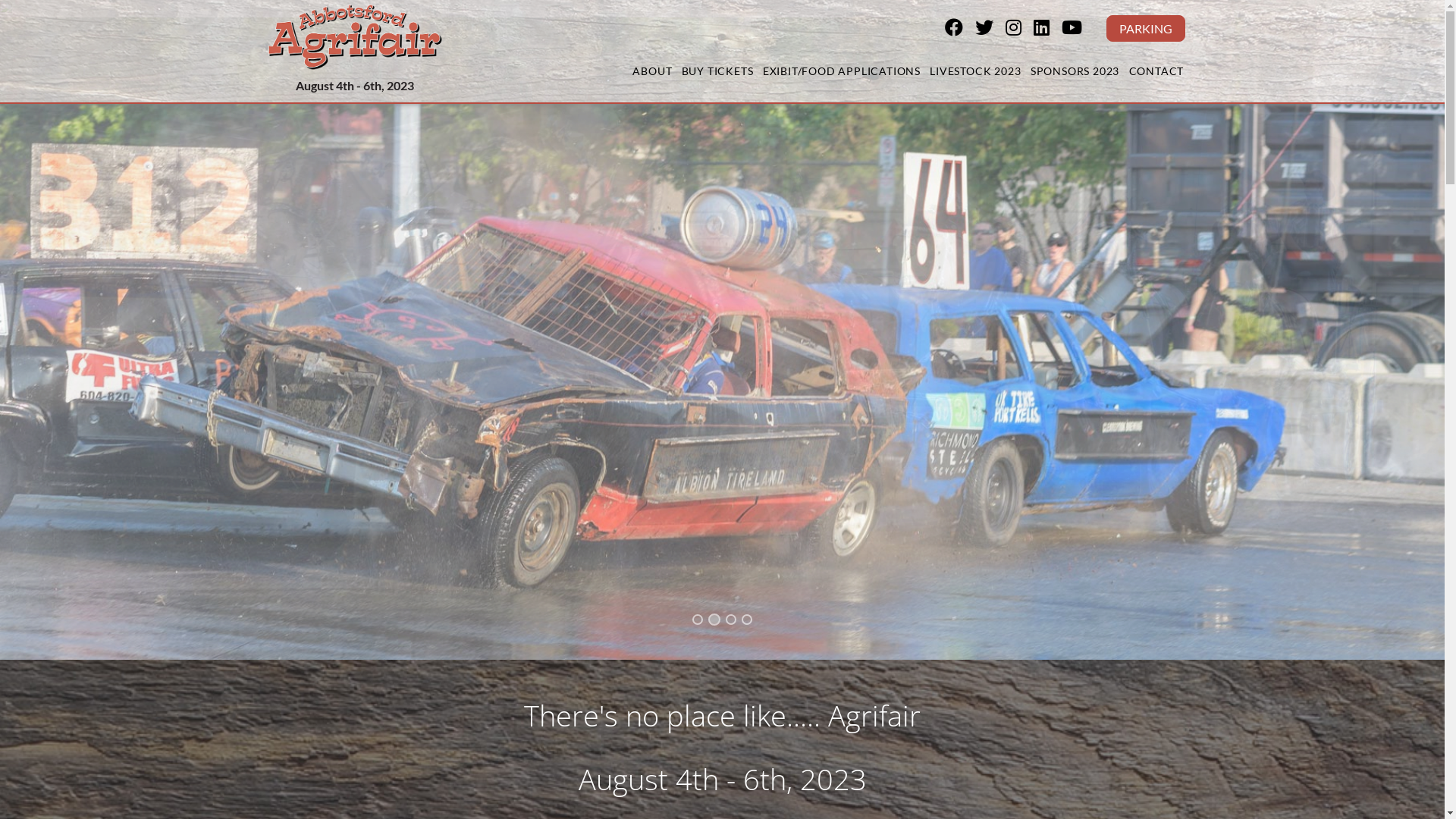 The width and height of the screenshot is (1456, 819). Describe the element at coordinates (632, 72) in the screenshot. I see `'ABOUT'` at that location.